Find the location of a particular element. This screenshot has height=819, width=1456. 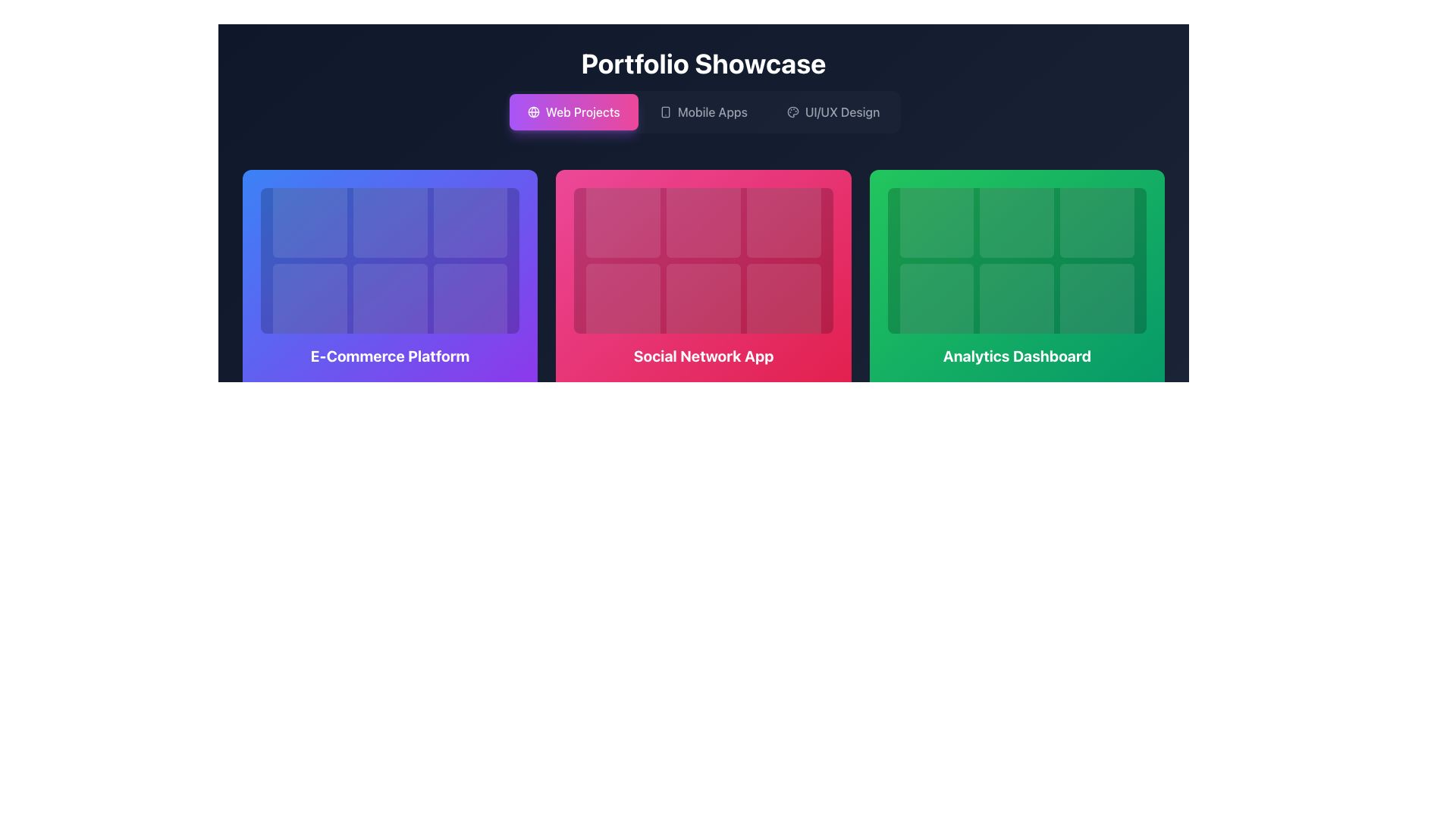

the 'Mobile Apps' icon in the navigation menu, which is positioned to the left of the 'Mobile Apps' text is located at coordinates (665, 111).